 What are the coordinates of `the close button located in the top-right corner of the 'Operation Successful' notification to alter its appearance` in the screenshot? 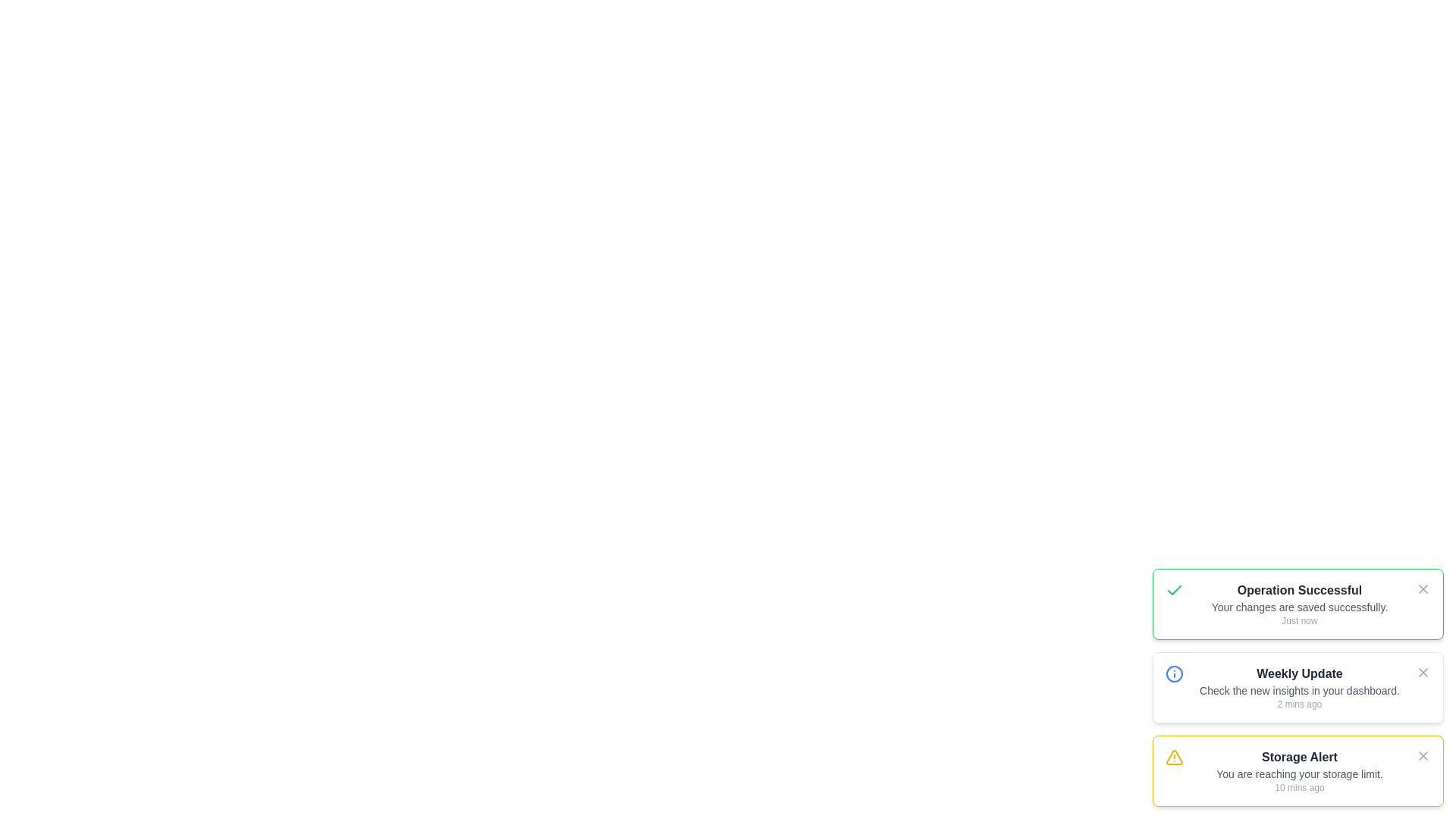 It's located at (1422, 588).